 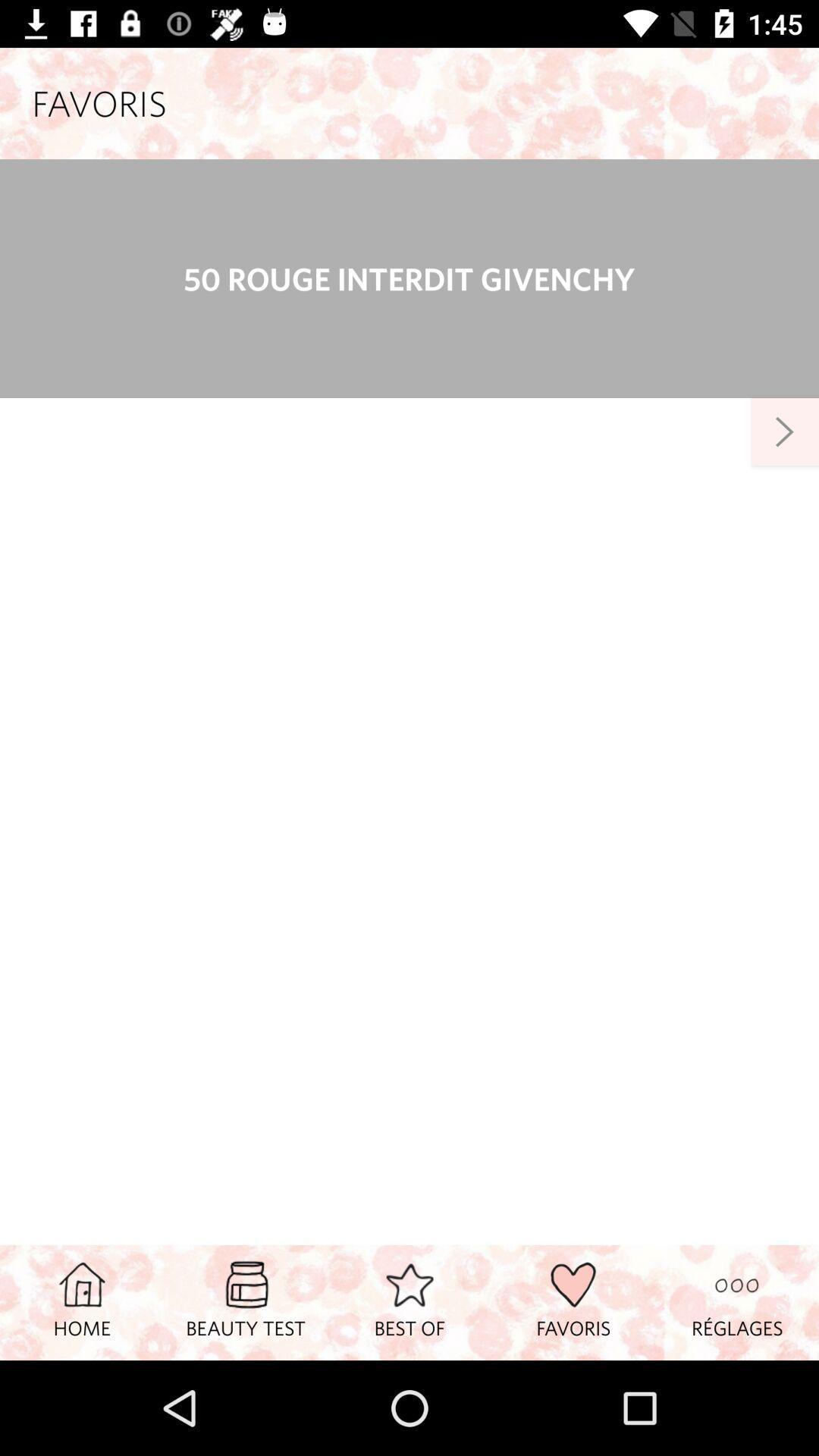 What do you see at coordinates (82, 1301) in the screenshot?
I see `icon to the left of beauty test` at bounding box center [82, 1301].